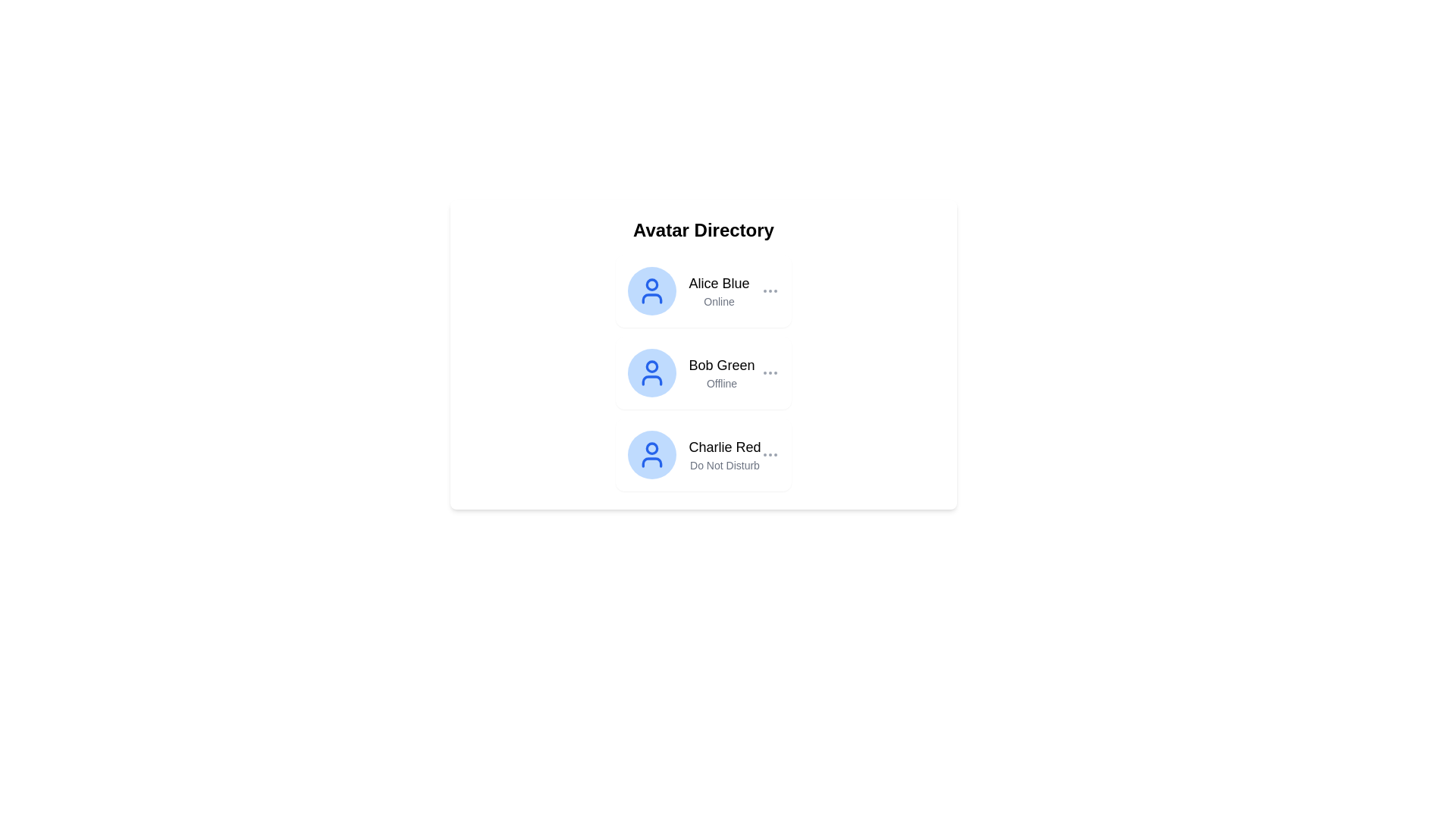 The image size is (1456, 819). I want to click on the second user card in the vertically arranged list of user info cards located in the 'Avatar Directory' card, so click(702, 373).